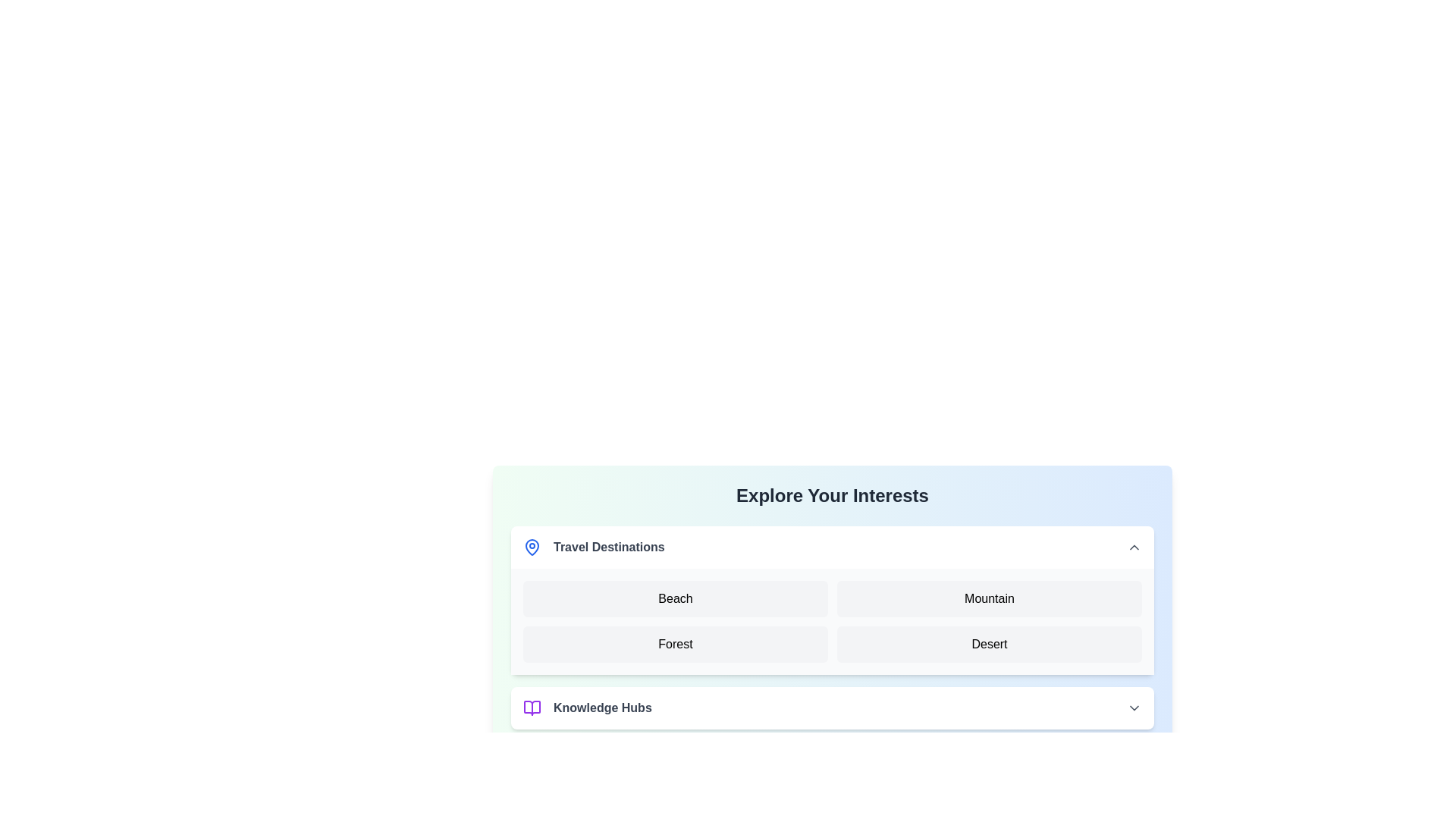 This screenshot has width=1456, height=819. What do you see at coordinates (990, 644) in the screenshot?
I see `text 'Desert' from the text label located in the second row and second column of the grid layout, characterized by a light gray background and black sans-serif font` at bounding box center [990, 644].